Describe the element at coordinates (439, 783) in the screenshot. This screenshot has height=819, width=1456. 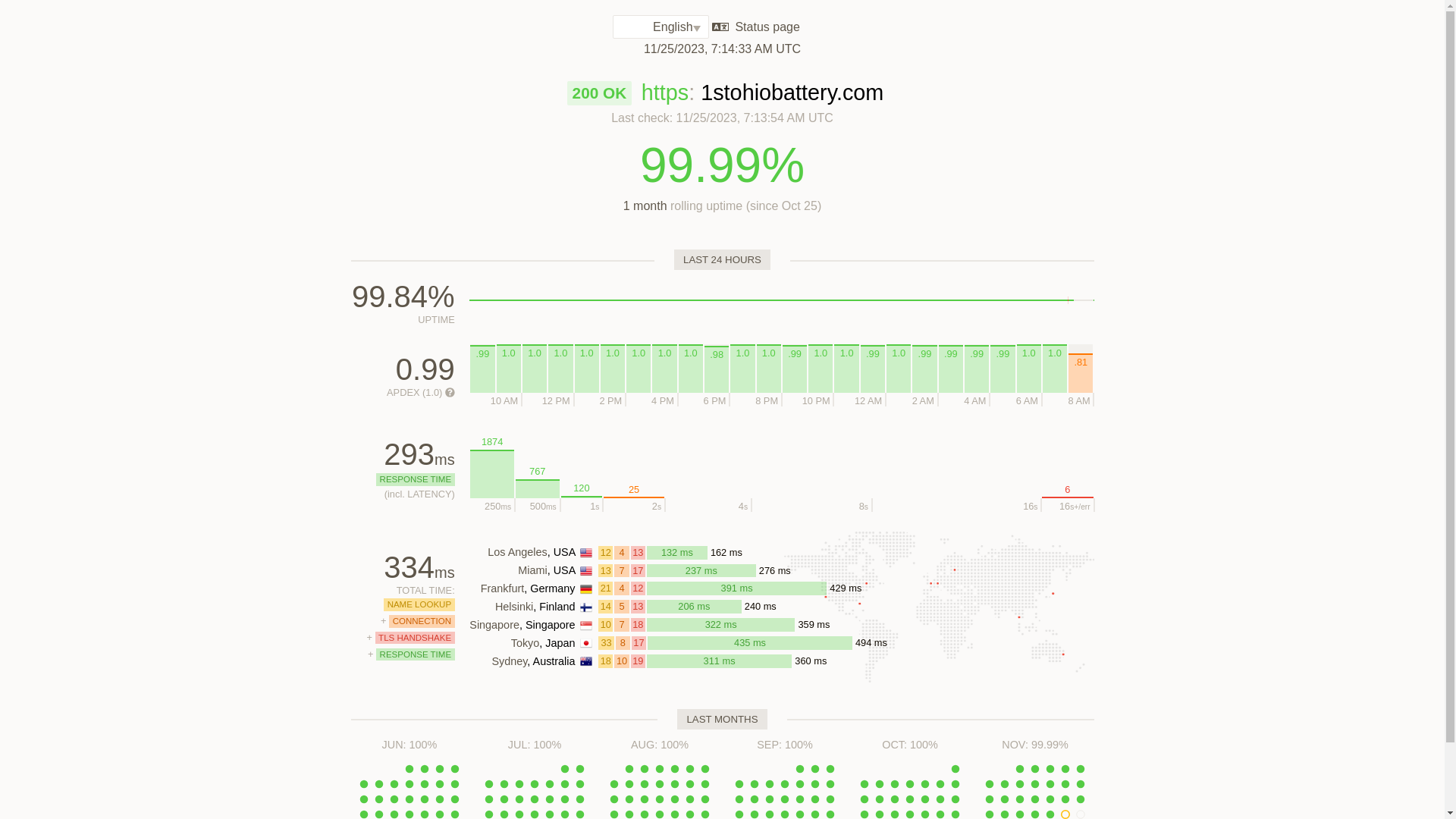
I see `'<small>Jun 10:</small> No downtime'` at that location.